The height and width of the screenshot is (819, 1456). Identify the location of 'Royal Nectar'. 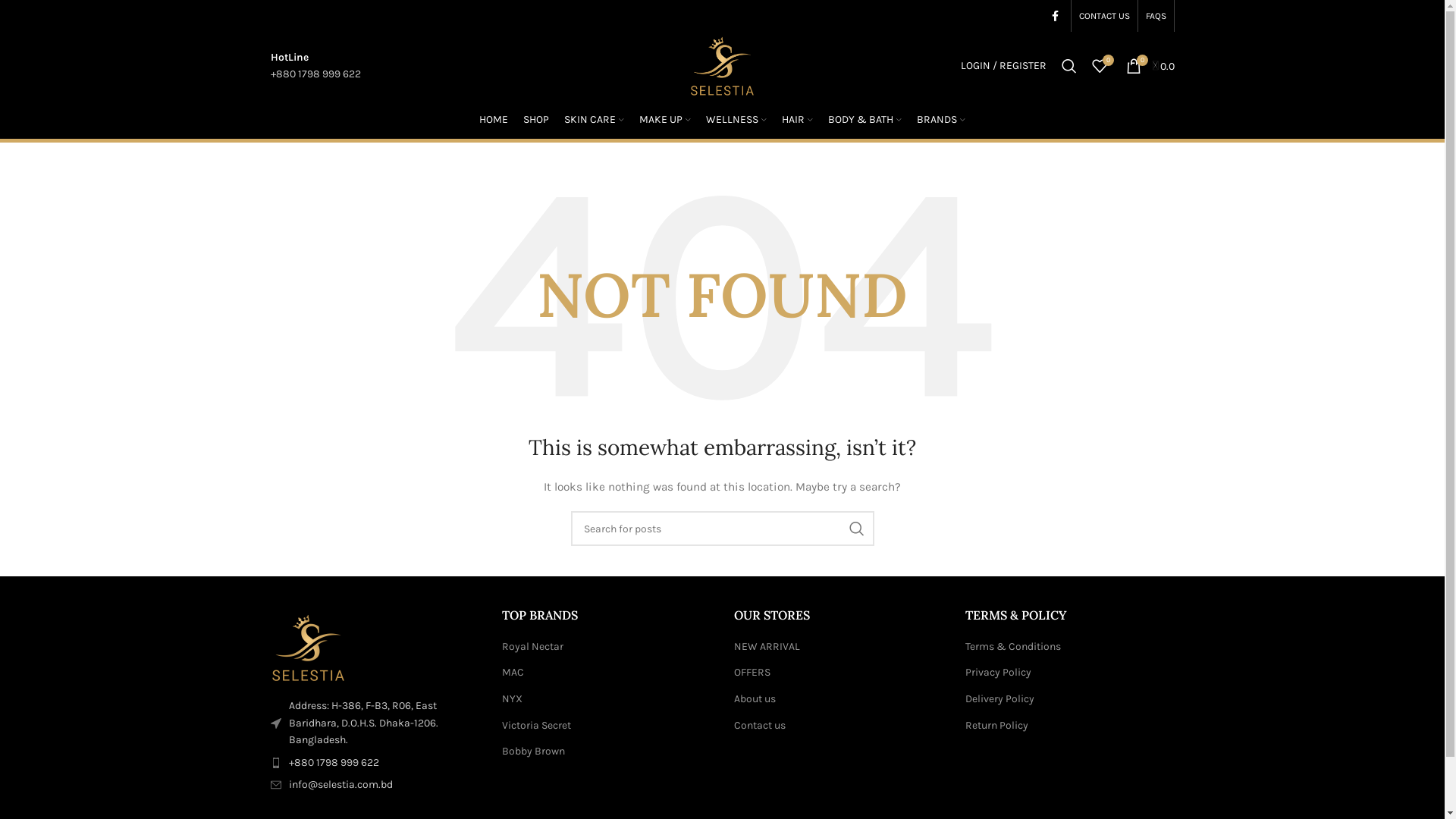
(533, 646).